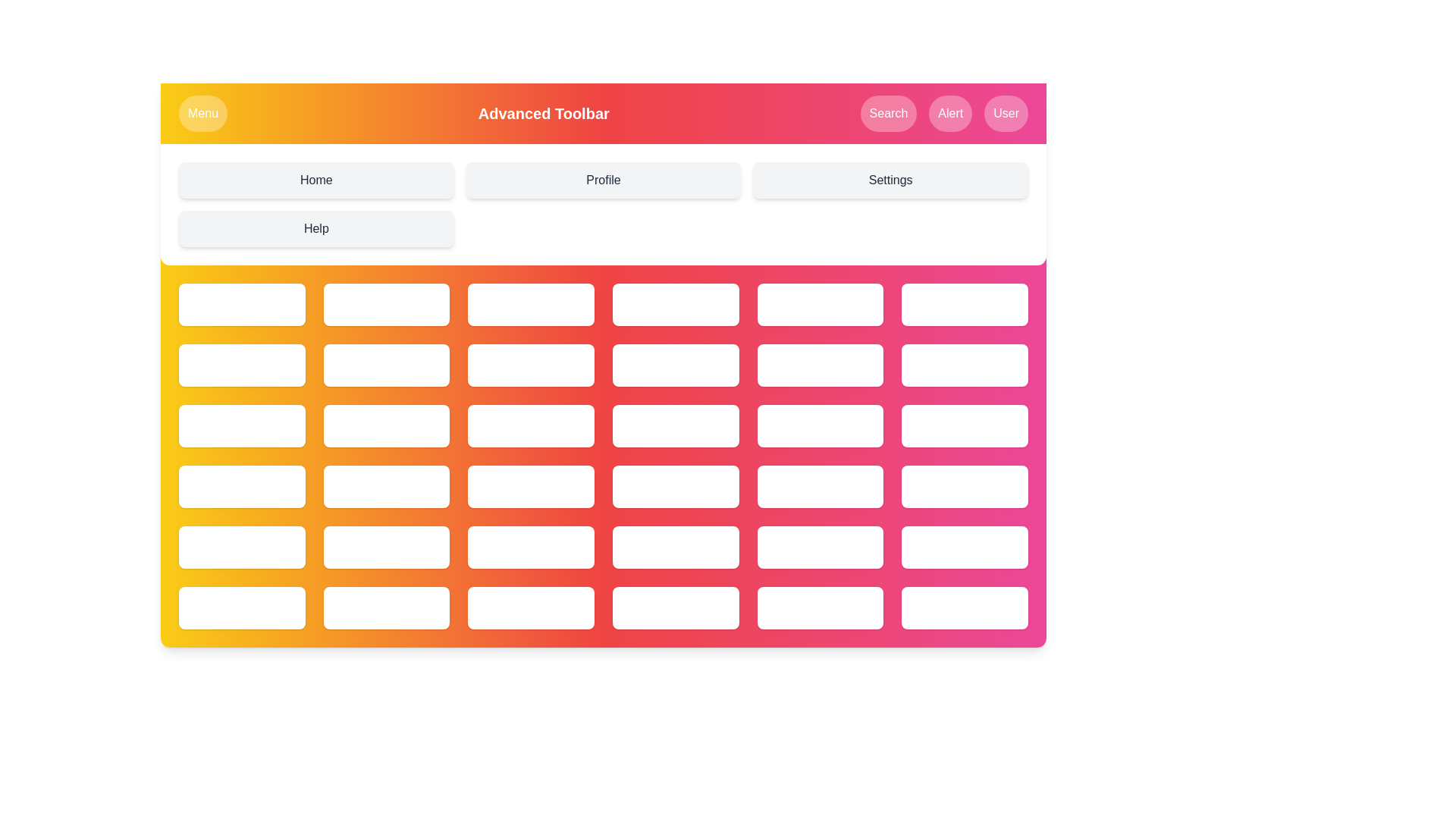  I want to click on the Search button in the navigation bar, so click(888, 113).